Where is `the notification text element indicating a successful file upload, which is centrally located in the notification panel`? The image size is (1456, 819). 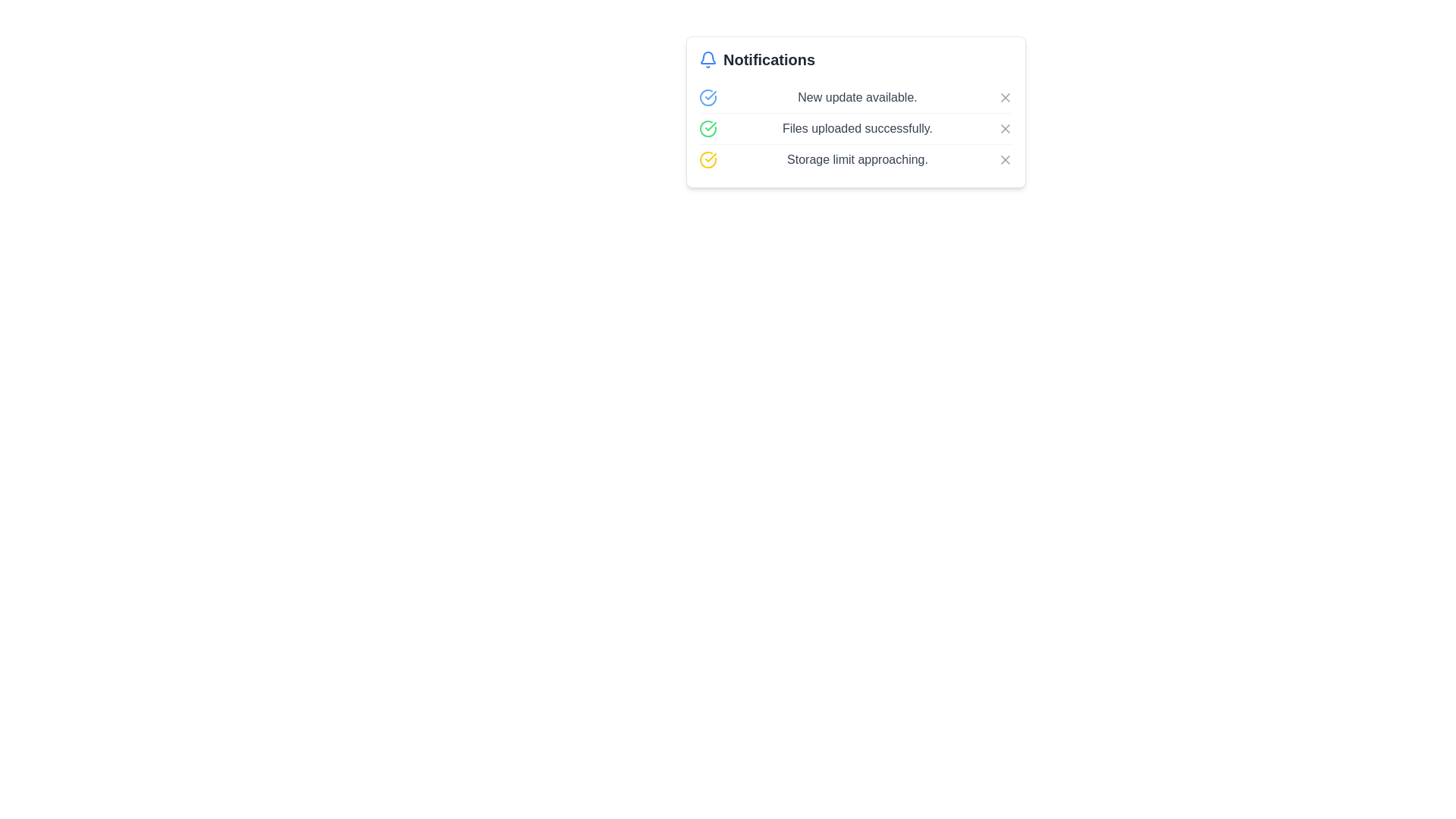 the notification text element indicating a successful file upload, which is centrally located in the notification panel is located at coordinates (858, 127).